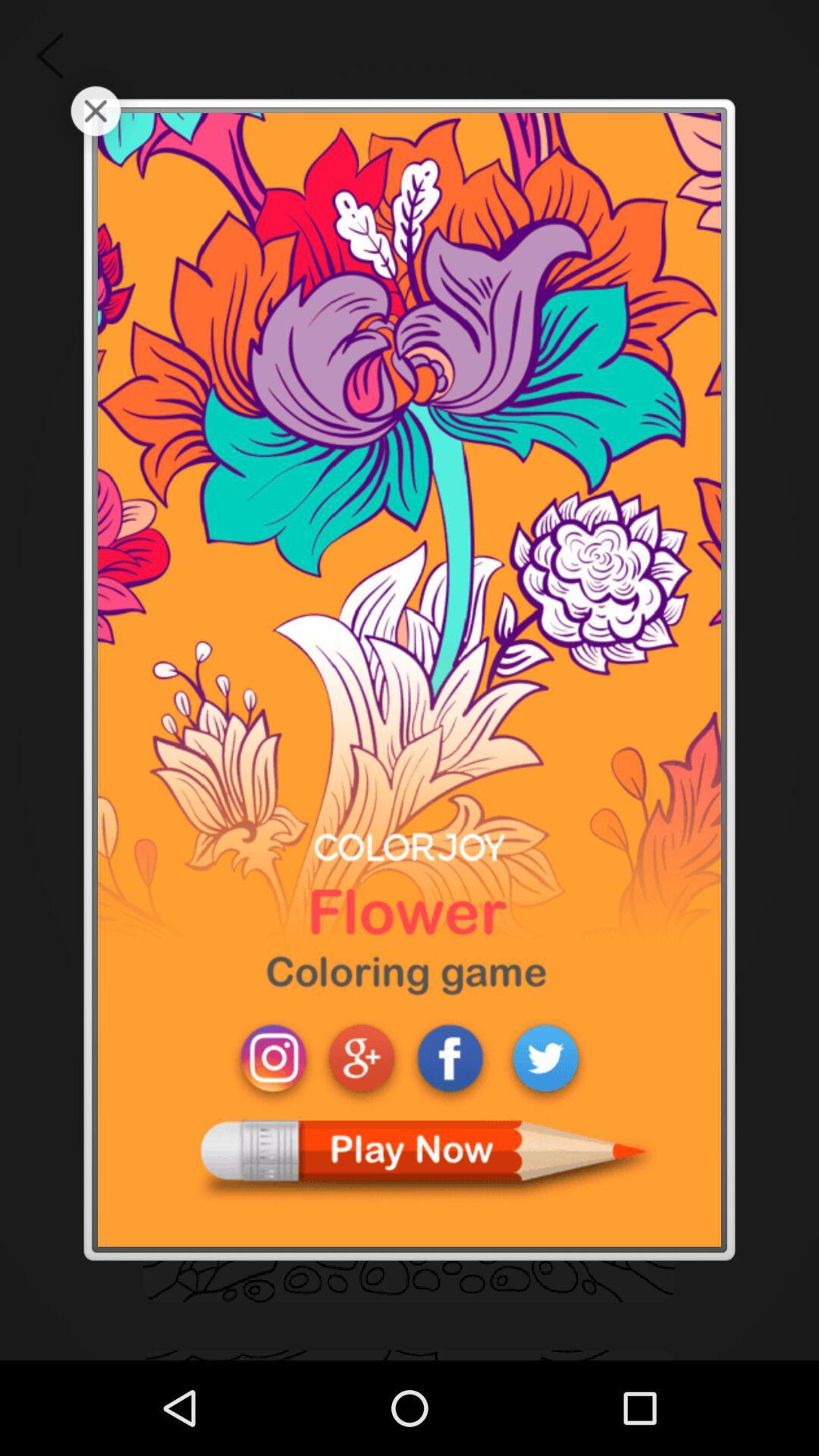 This screenshot has width=819, height=1456. I want to click on the close icon, so click(96, 118).